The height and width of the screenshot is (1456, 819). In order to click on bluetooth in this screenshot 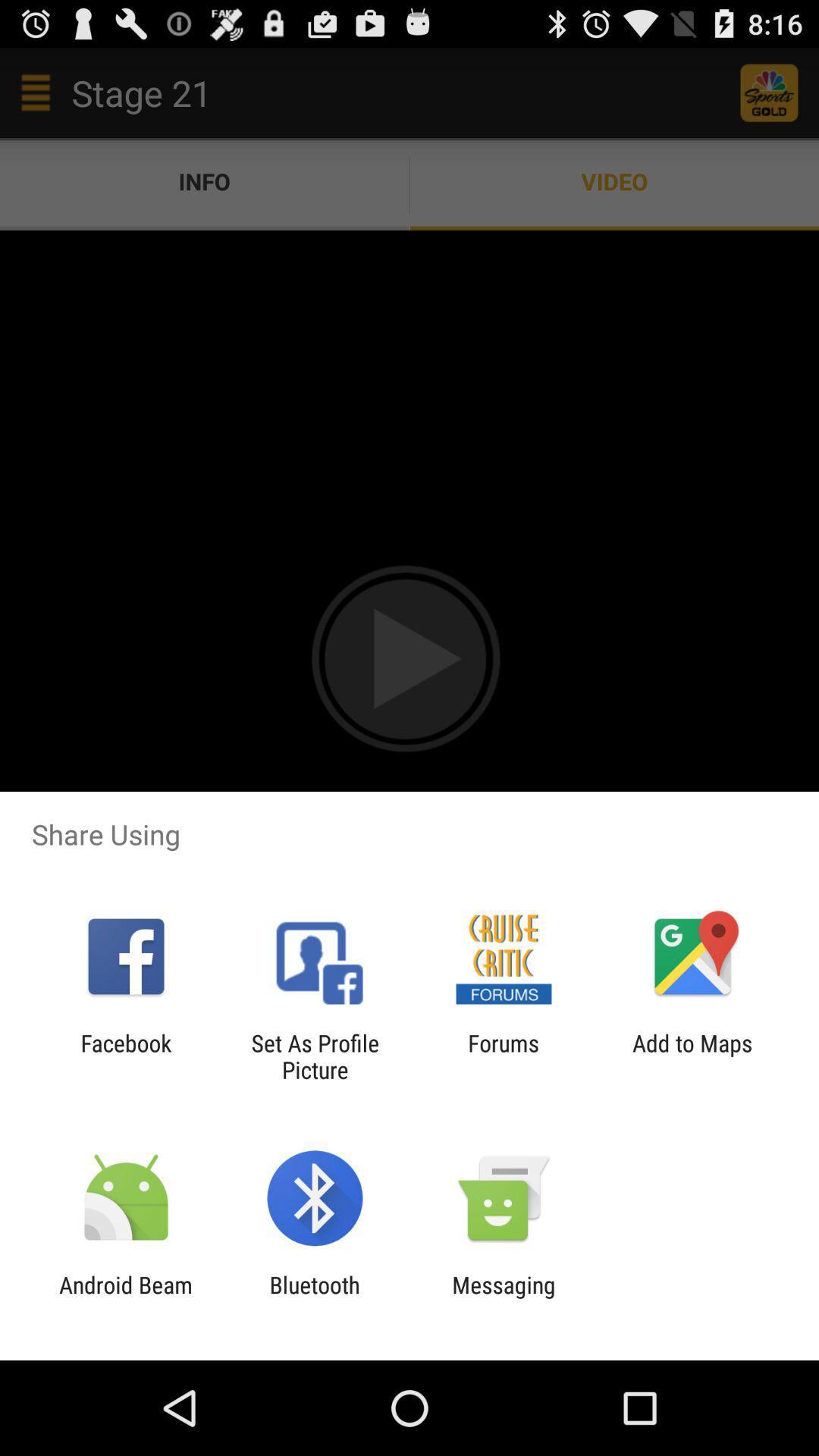, I will do `click(314, 1298)`.